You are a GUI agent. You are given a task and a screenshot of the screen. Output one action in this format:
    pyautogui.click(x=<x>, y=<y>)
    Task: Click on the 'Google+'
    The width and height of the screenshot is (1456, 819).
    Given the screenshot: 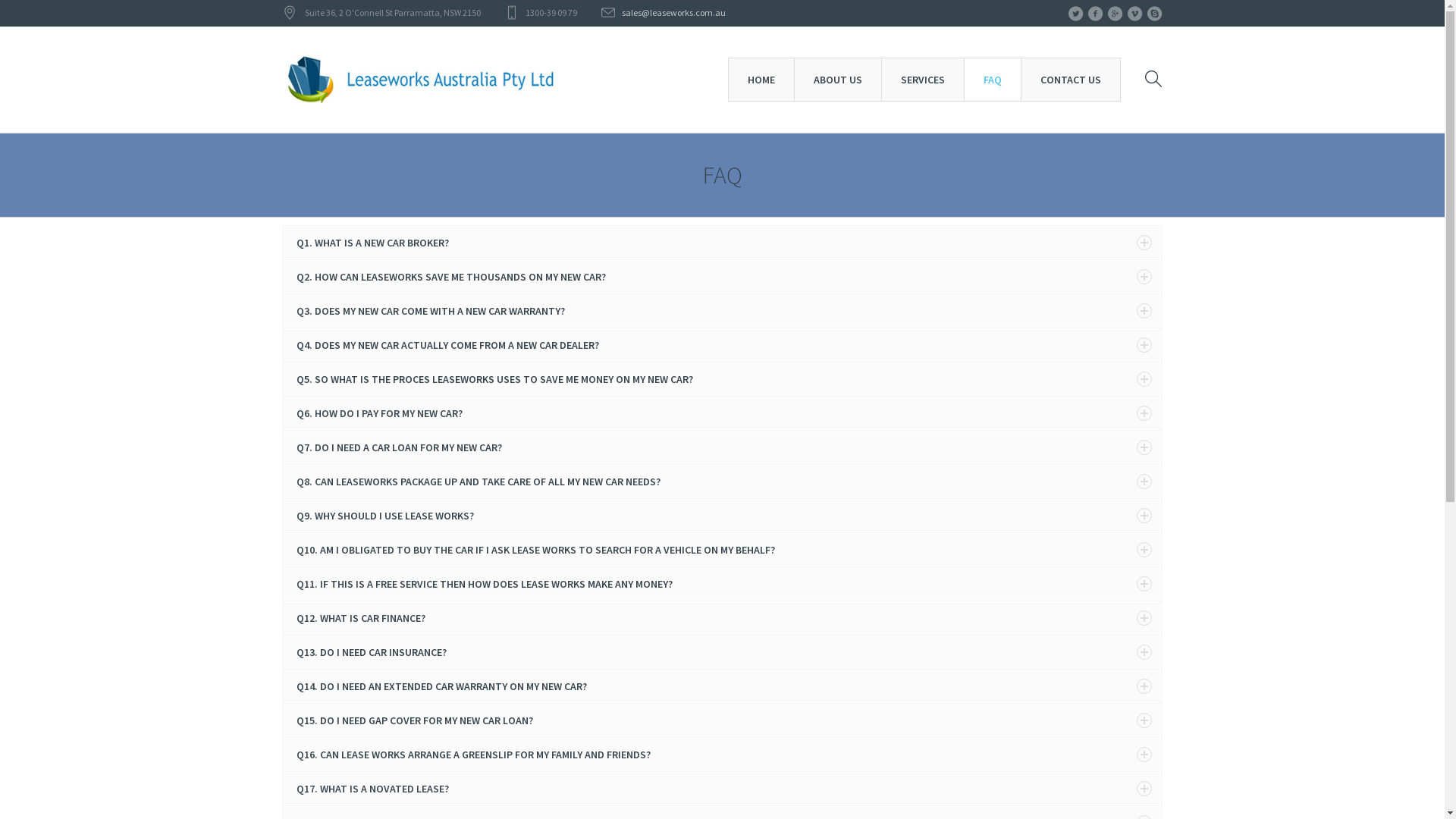 What is the action you would take?
    pyautogui.click(x=1114, y=14)
    